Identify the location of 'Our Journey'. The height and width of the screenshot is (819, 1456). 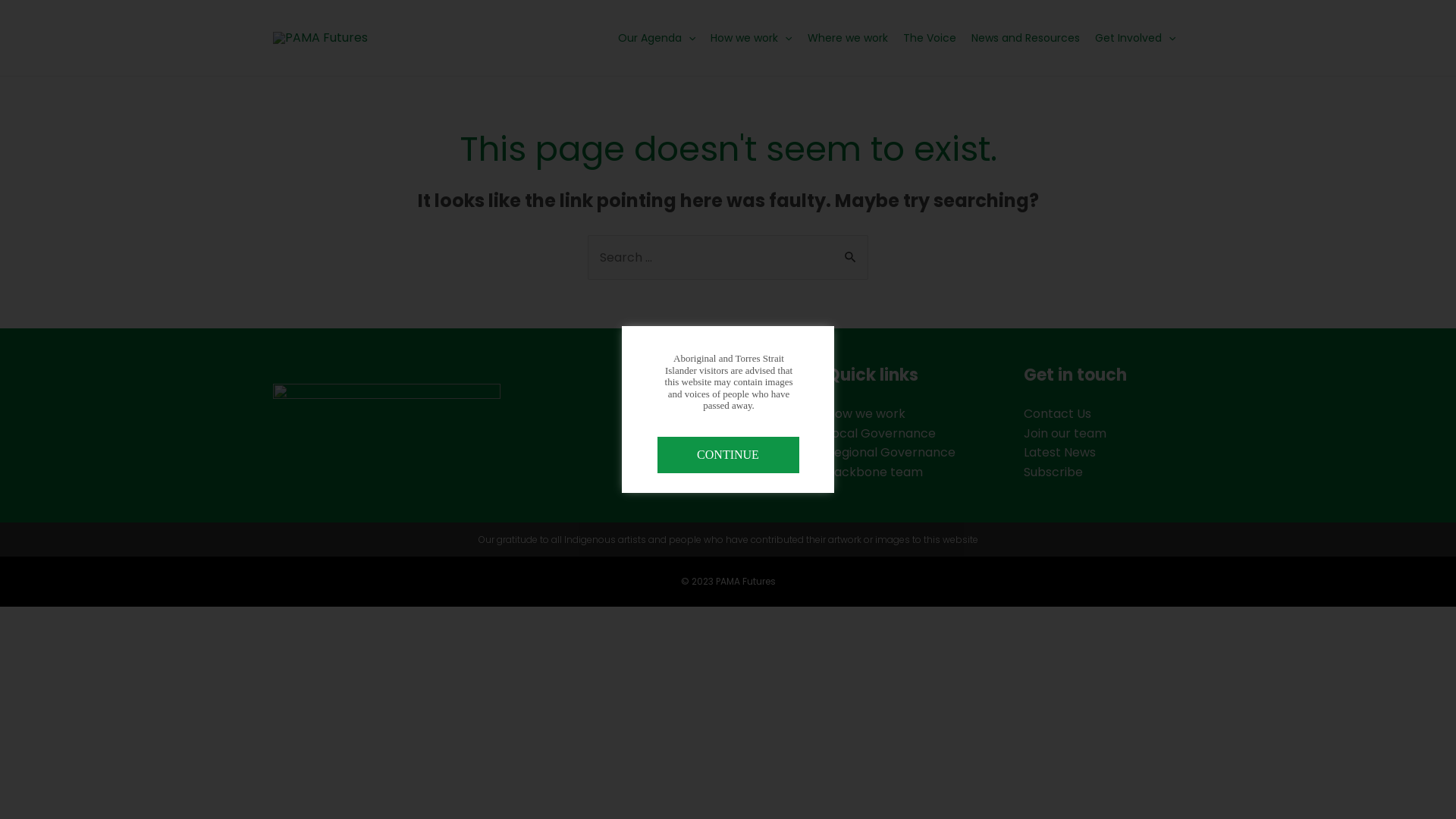
(666, 451).